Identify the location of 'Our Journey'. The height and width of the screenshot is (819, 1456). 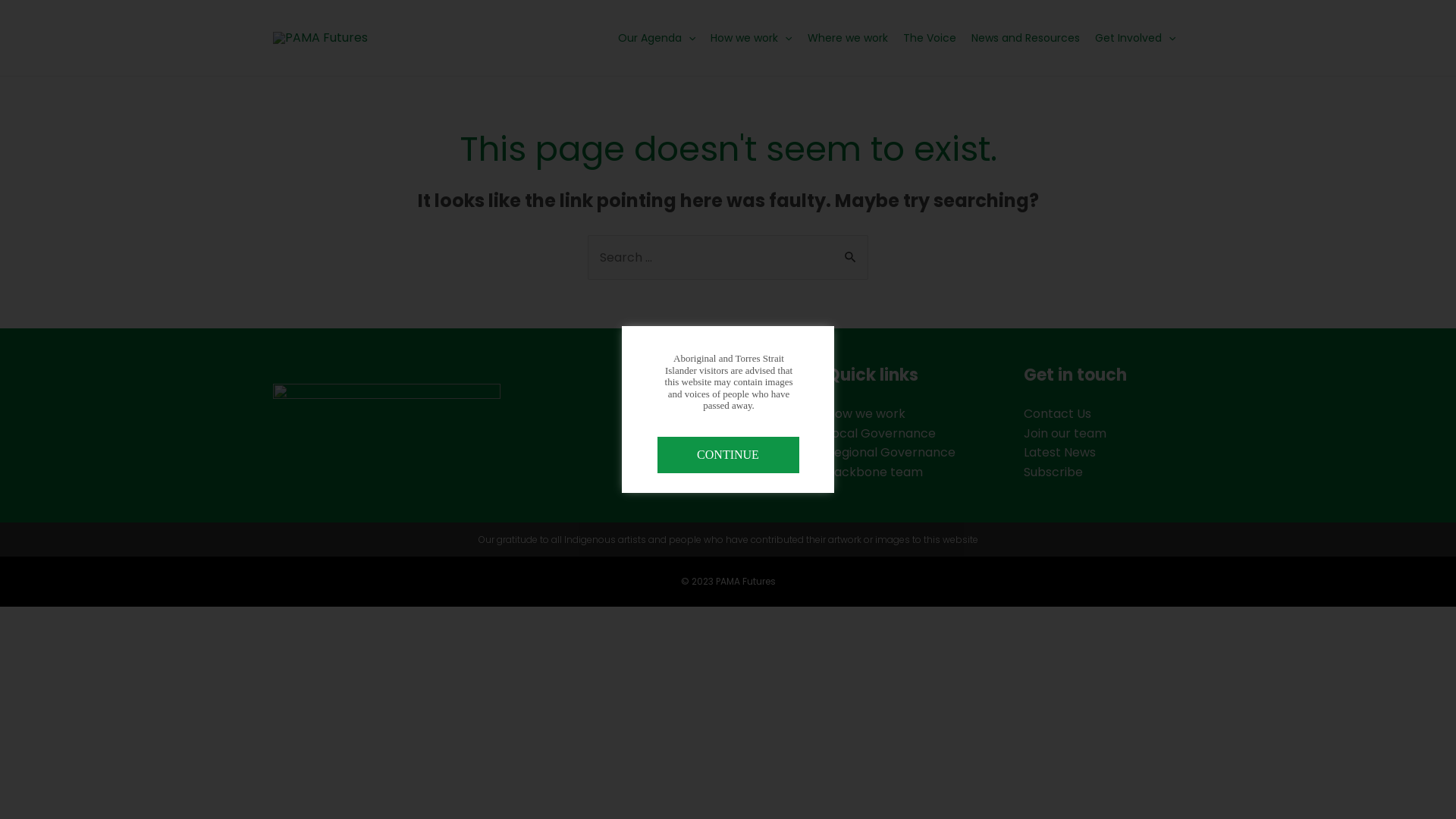
(666, 451).